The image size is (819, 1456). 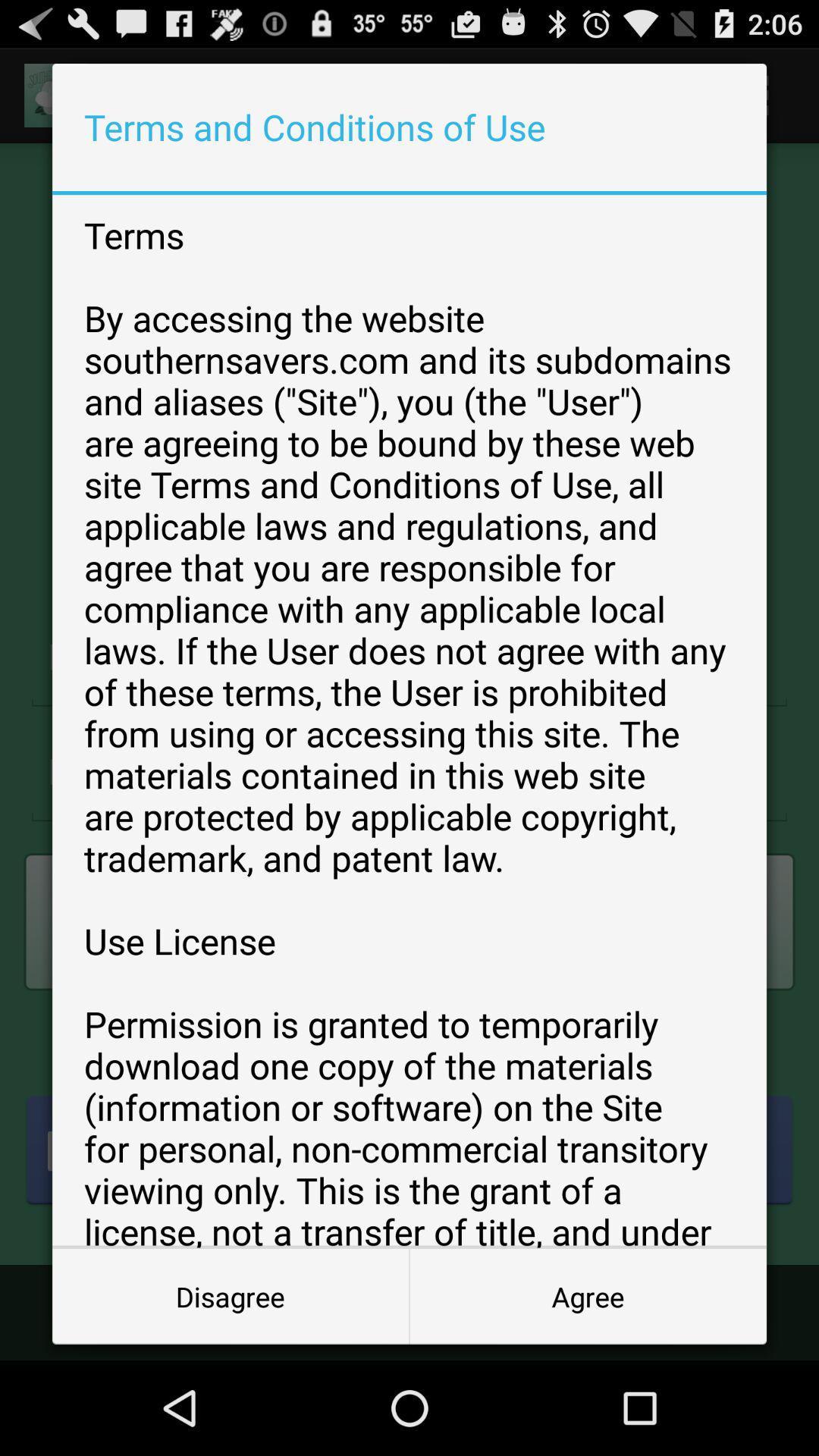 What do you see at coordinates (231, 1295) in the screenshot?
I see `the disagree` at bounding box center [231, 1295].